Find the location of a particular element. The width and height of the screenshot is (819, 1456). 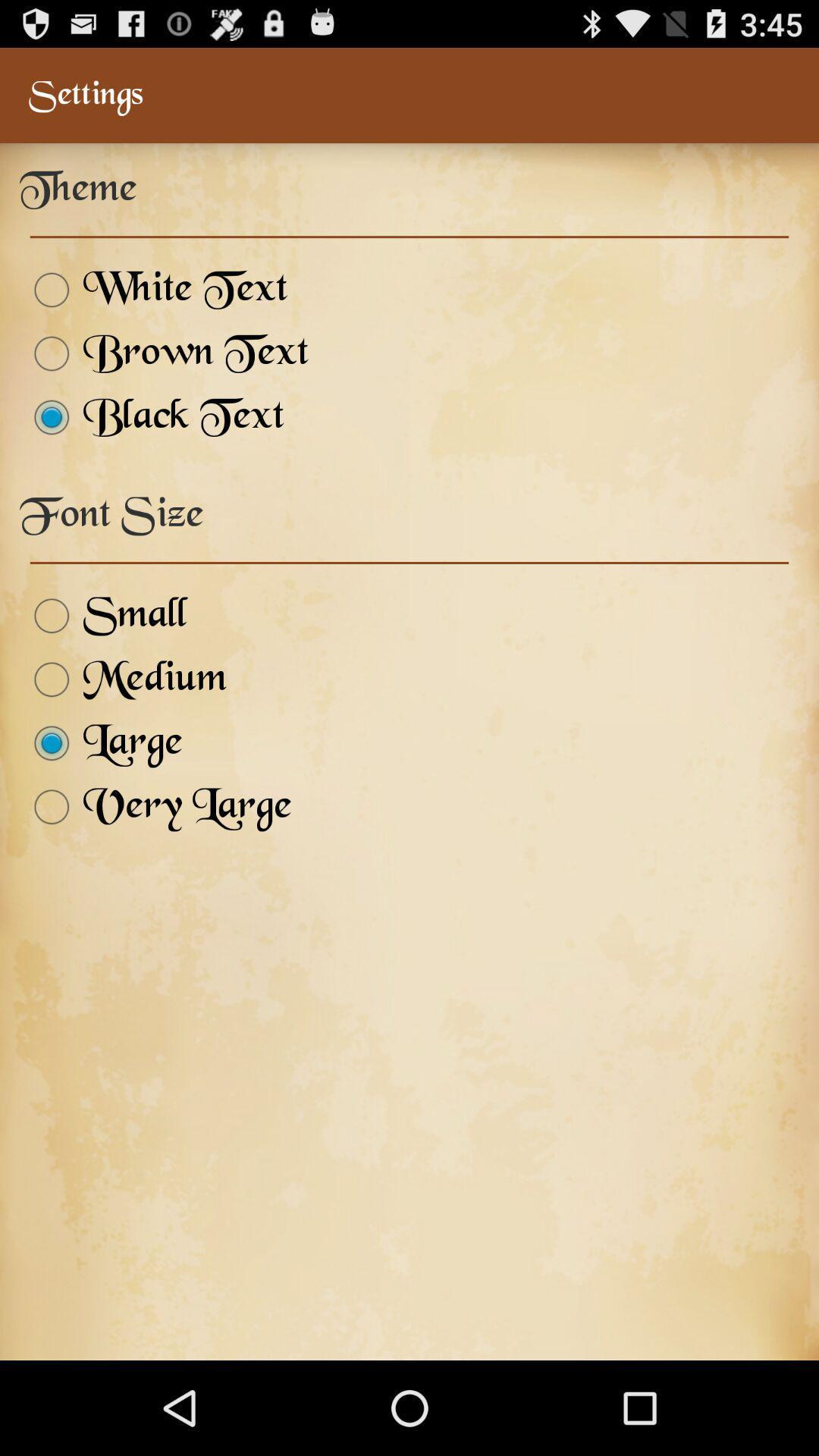

the white text item is located at coordinates (153, 290).